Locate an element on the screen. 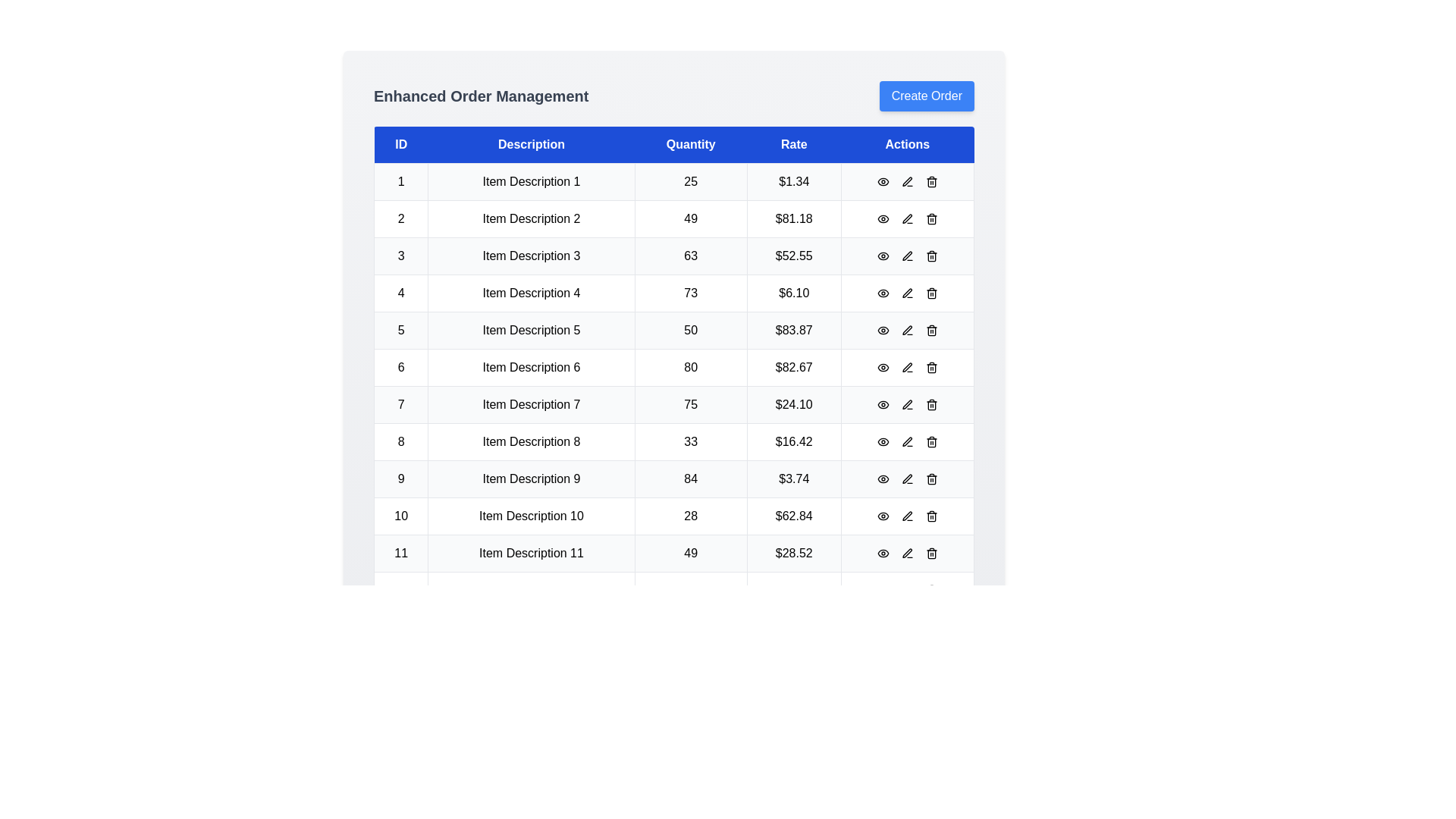  the header labeled Description to sort the table by that column is located at coordinates (531, 145).